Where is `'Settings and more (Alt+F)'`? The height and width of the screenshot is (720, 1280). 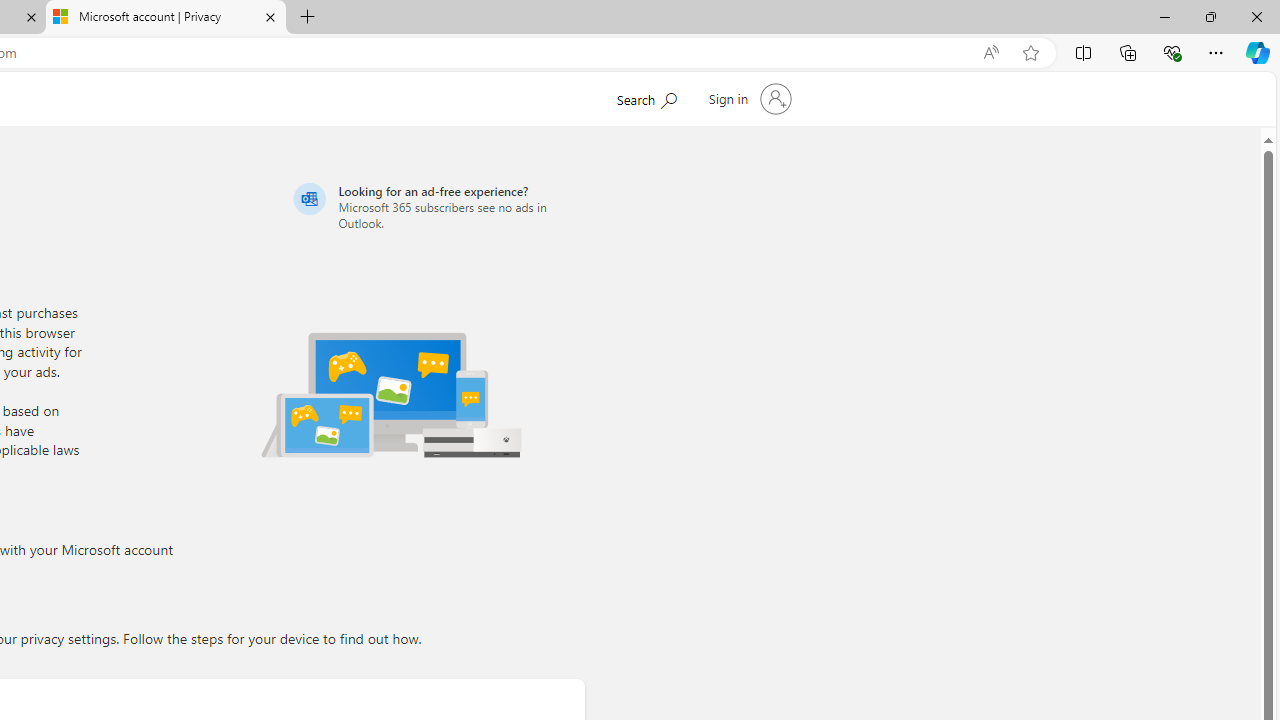 'Settings and more (Alt+F)' is located at coordinates (1215, 51).